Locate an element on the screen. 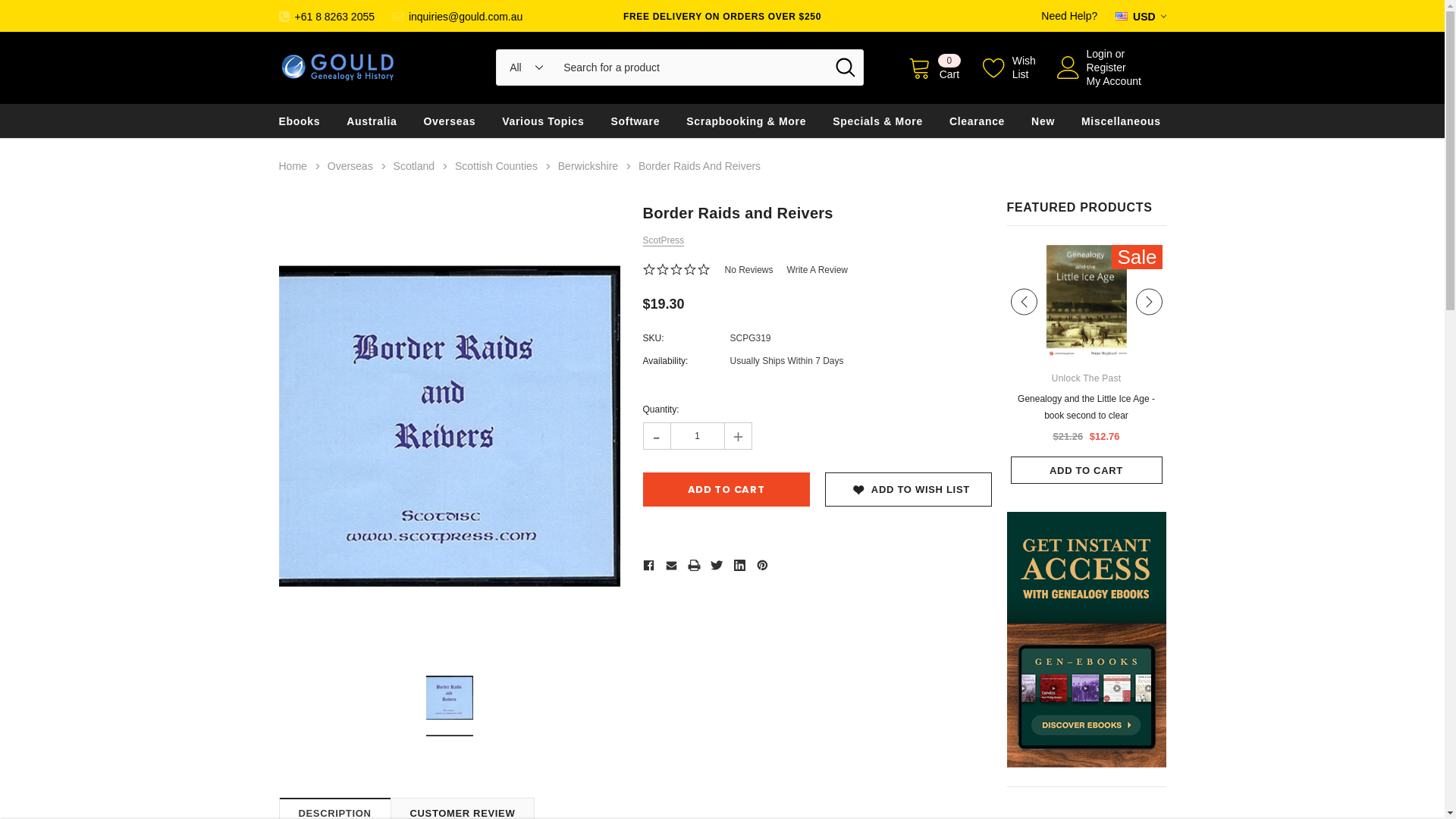  'ADD TO WISH LIST' is located at coordinates (908, 489).